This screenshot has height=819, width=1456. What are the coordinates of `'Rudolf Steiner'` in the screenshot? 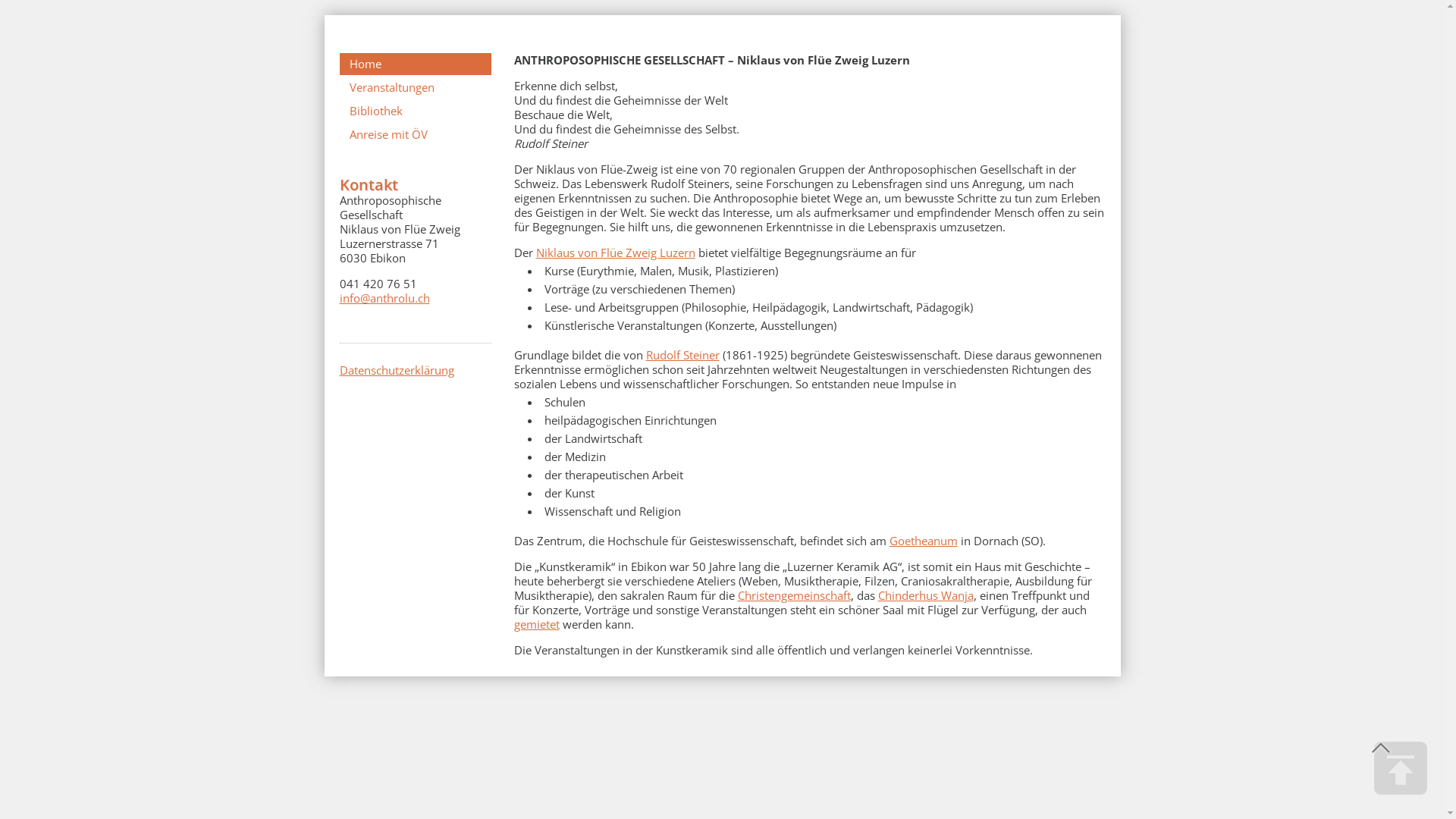 It's located at (682, 354).